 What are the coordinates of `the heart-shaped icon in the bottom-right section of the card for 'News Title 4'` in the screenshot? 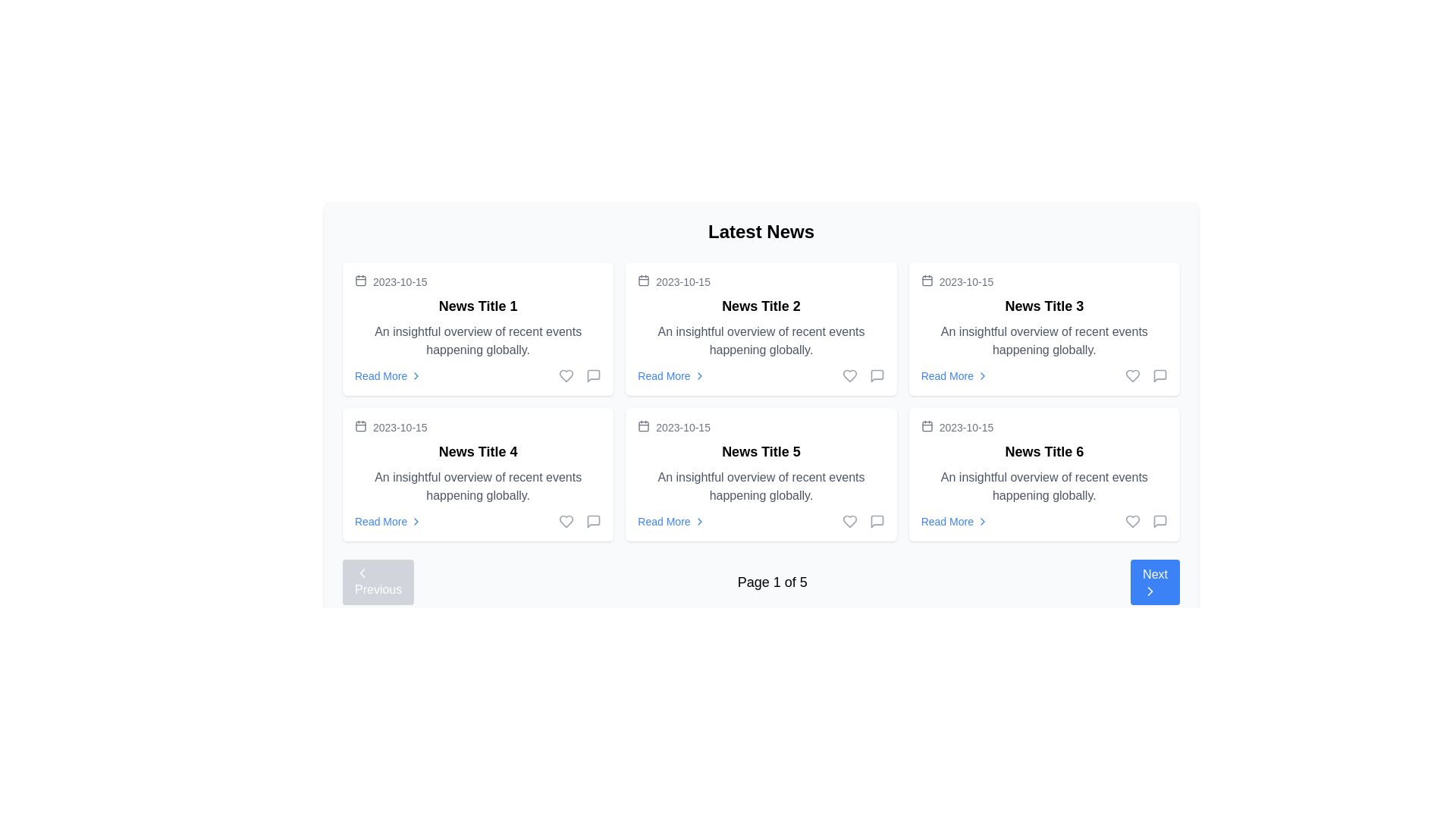 It's located at (566, 520).